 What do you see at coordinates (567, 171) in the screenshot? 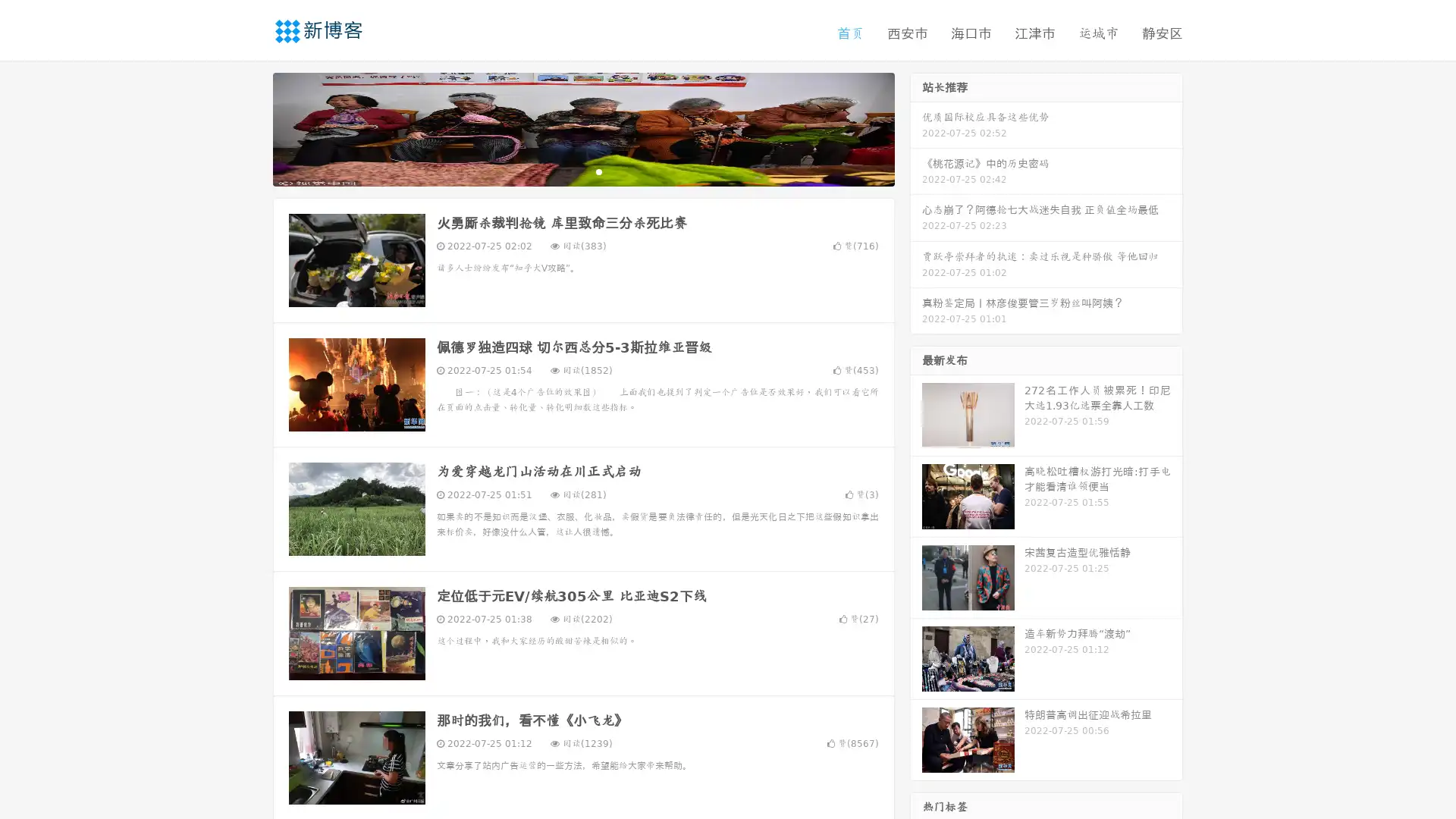
I see `Go to slide 1` at bounding box center [567, 171].